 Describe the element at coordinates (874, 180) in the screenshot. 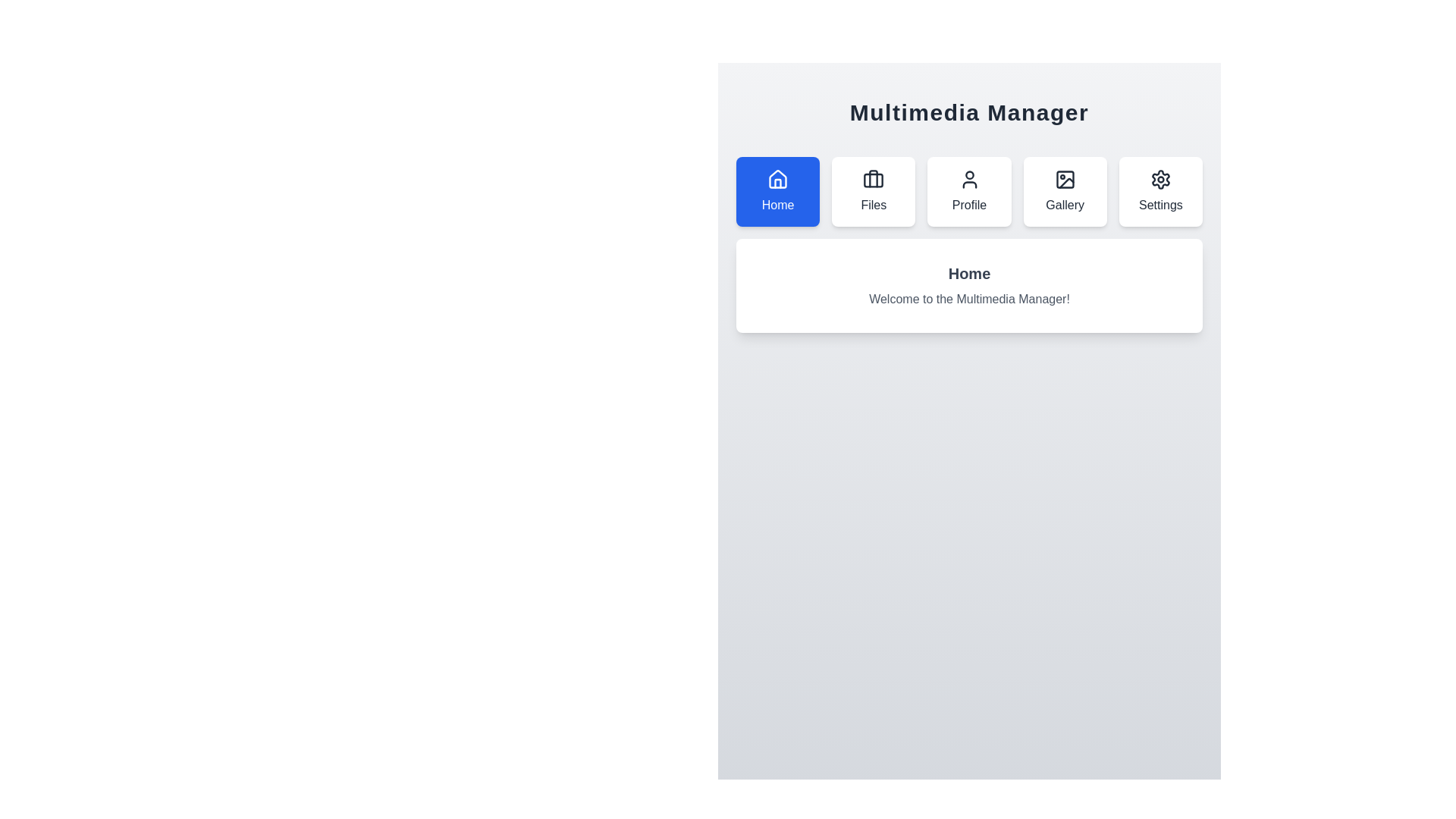

I see `the bottom rectangular component of the 'briefcase' icon labeled as 'Files', which is the second icon in the row of menu icons below the 'Multimedia Manager' title` at that location.